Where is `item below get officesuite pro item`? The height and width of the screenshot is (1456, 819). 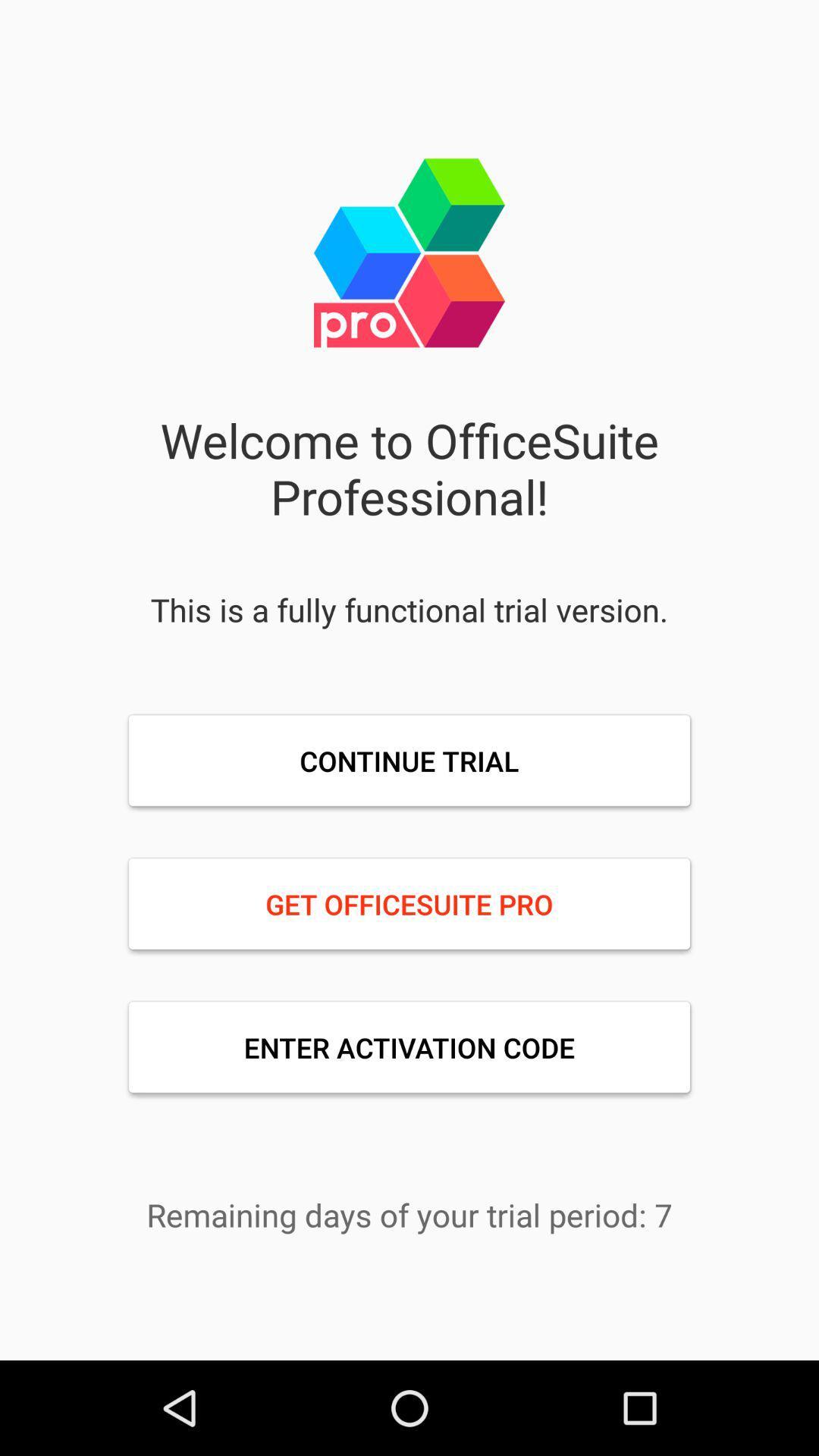 item below get officesuite pro item is located at coordinates (409, 1046).